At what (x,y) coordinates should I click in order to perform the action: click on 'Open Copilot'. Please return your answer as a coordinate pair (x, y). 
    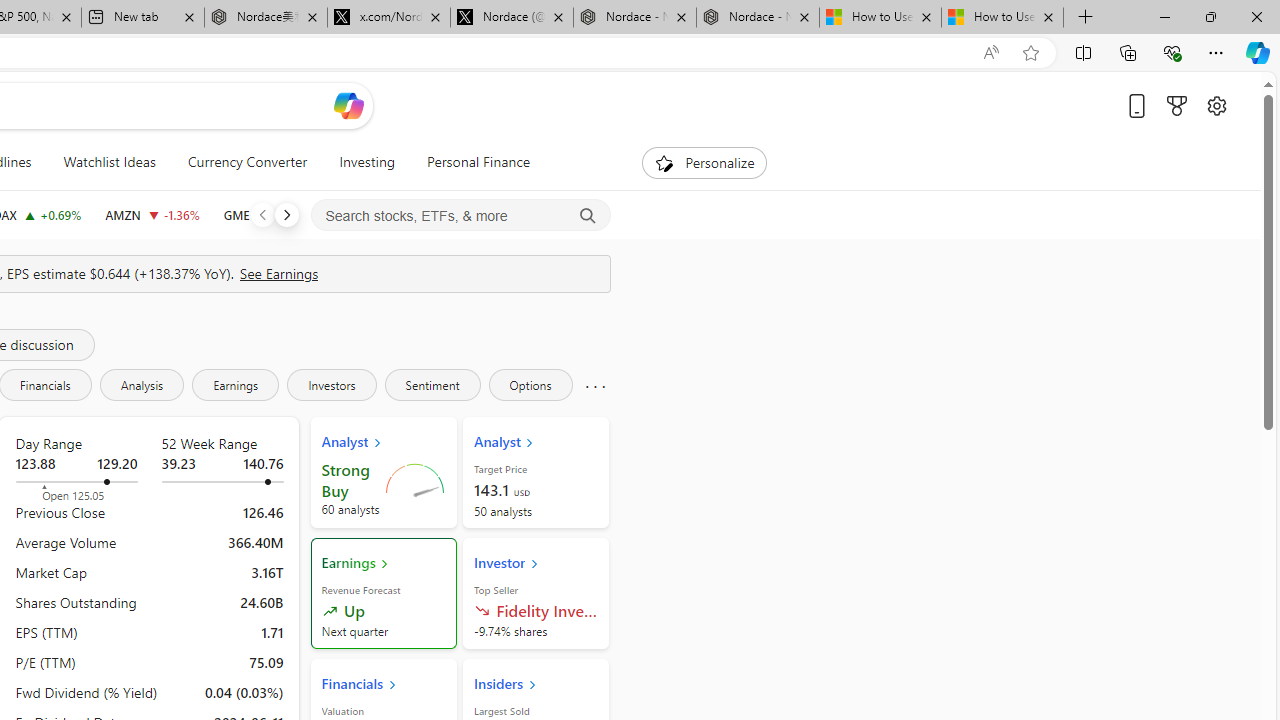
    Looking at the image, I should click on (348, 105).